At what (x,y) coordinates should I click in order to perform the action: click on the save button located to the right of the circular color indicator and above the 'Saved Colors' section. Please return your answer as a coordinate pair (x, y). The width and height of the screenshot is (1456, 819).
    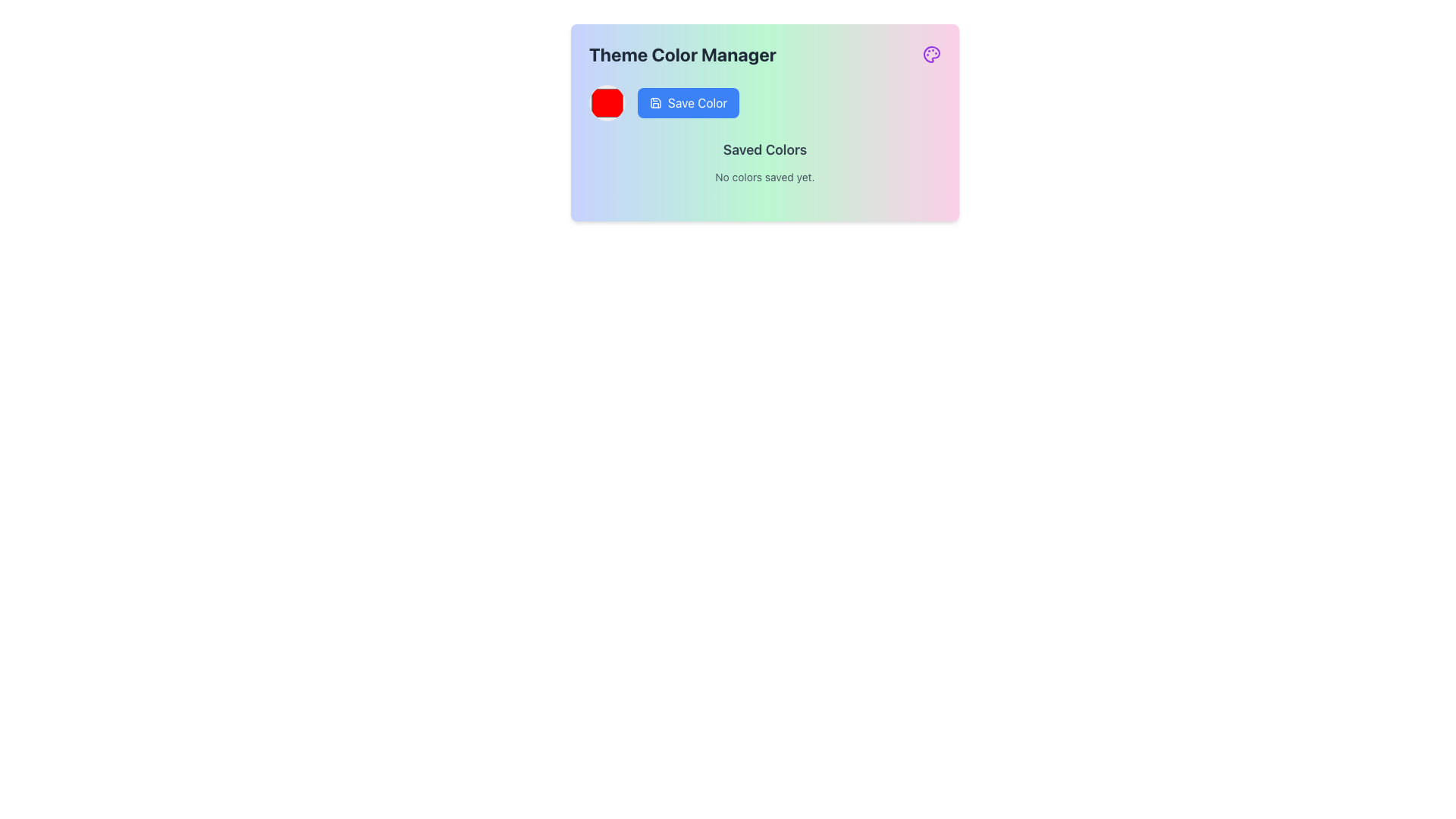
    Looking at the image, I should click on (687, 102).